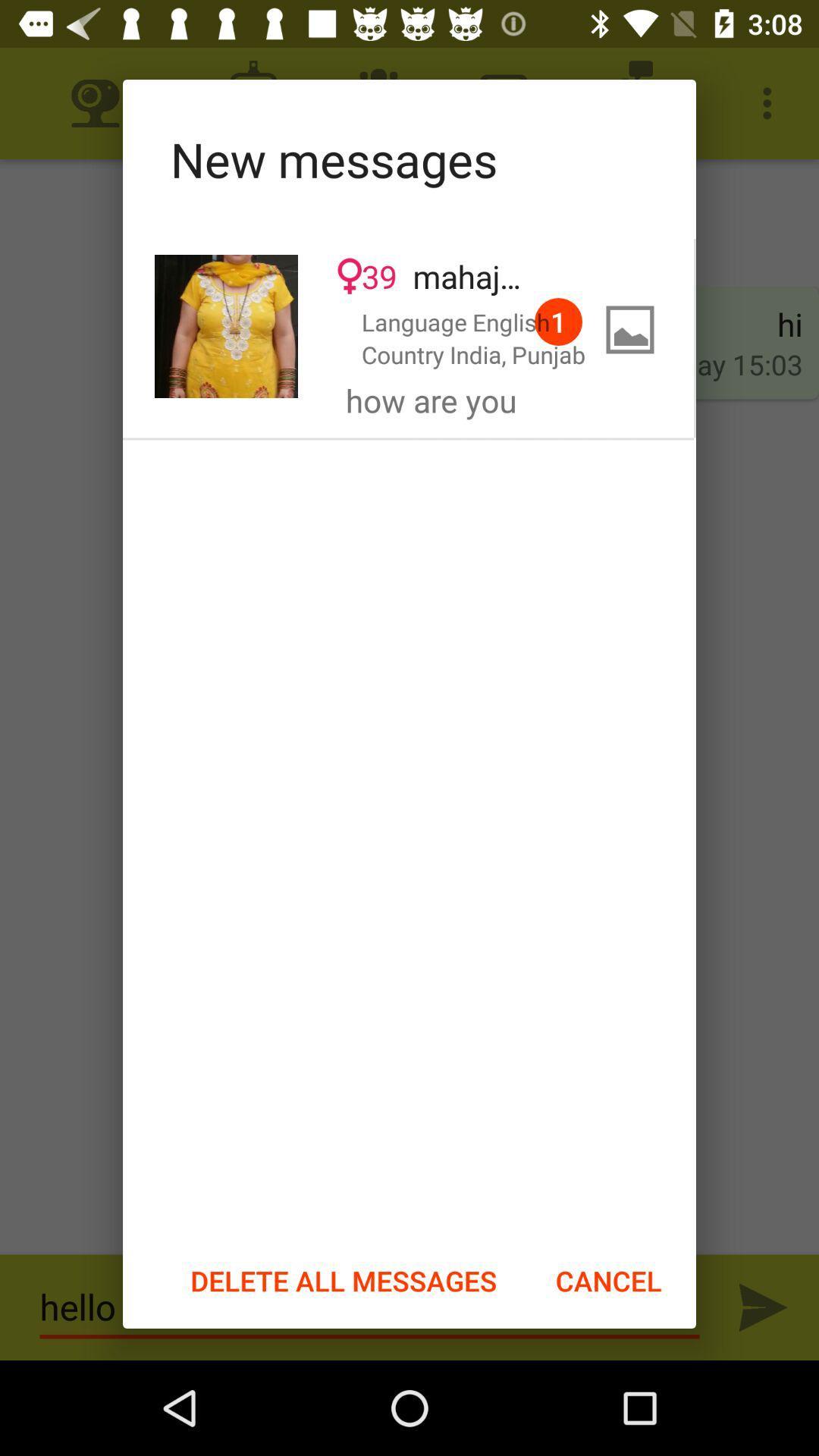 This screenshot has width=819, height=1456. Describe the element at coordinates (226, 325) in the screenshot. I see `picture` at that location.